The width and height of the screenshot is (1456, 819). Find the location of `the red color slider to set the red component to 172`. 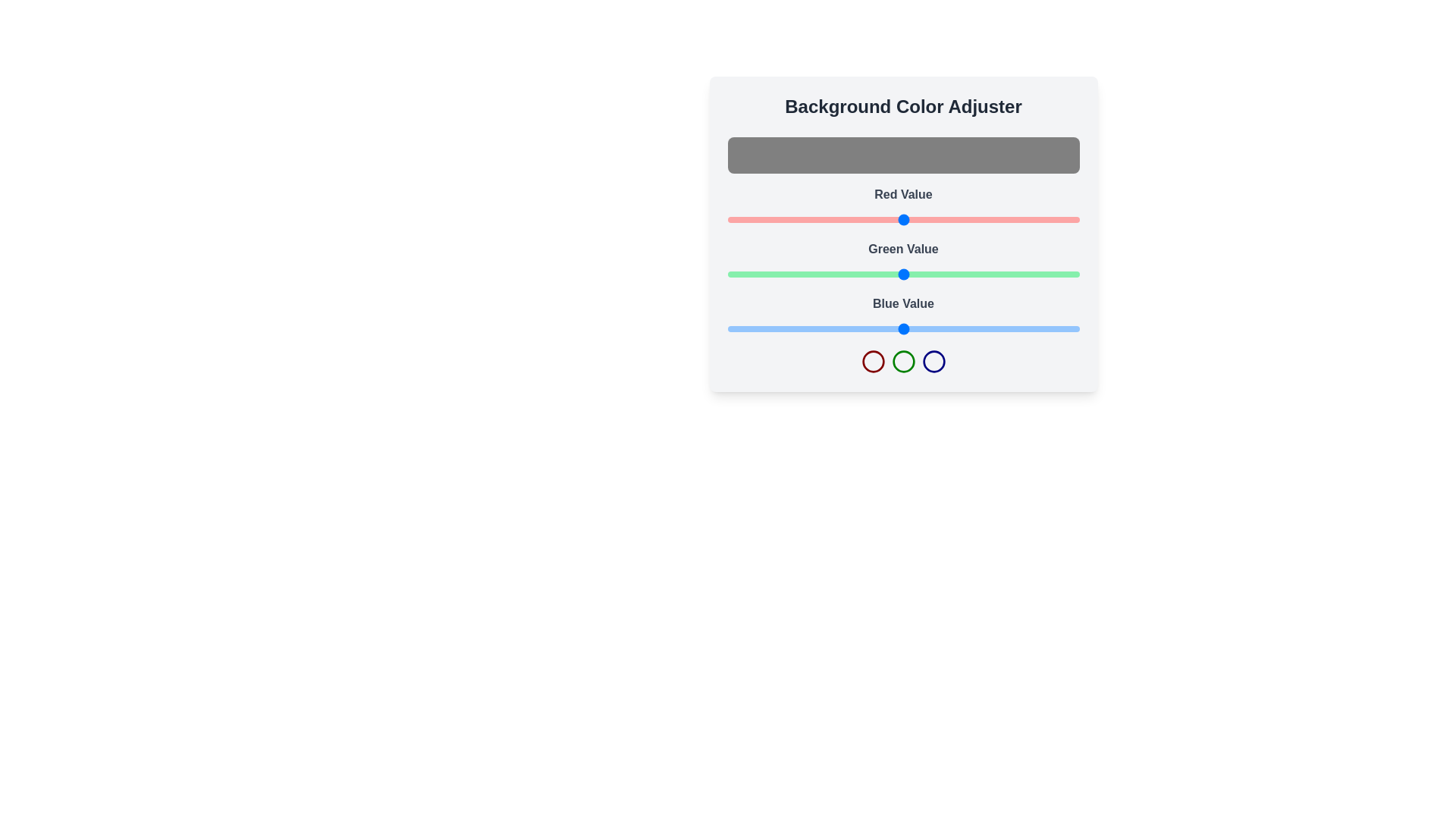

the red color slider to set the red component to 172 is located at coordinates (964, 219).